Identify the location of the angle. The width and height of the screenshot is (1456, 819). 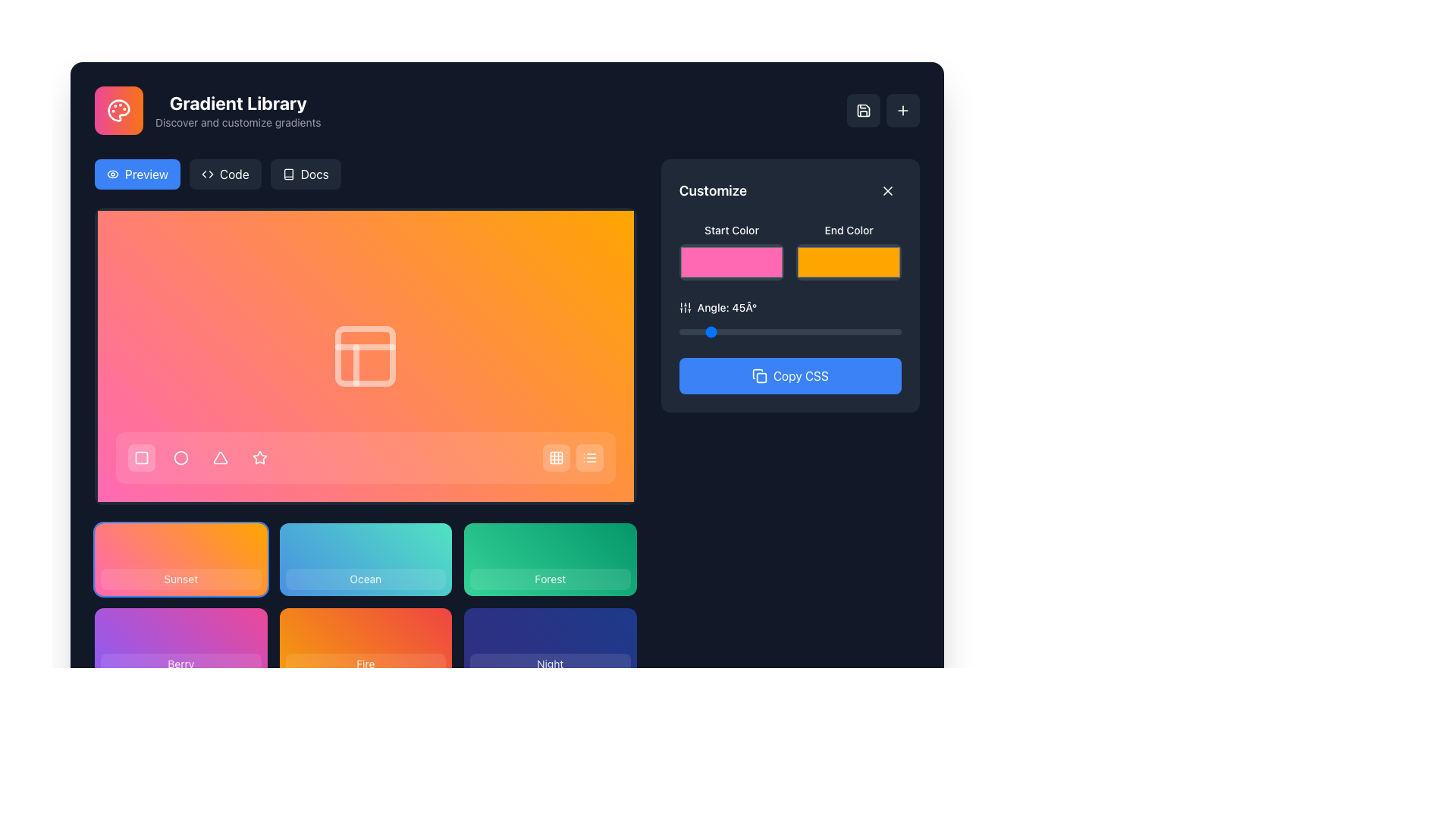
(704, 331).